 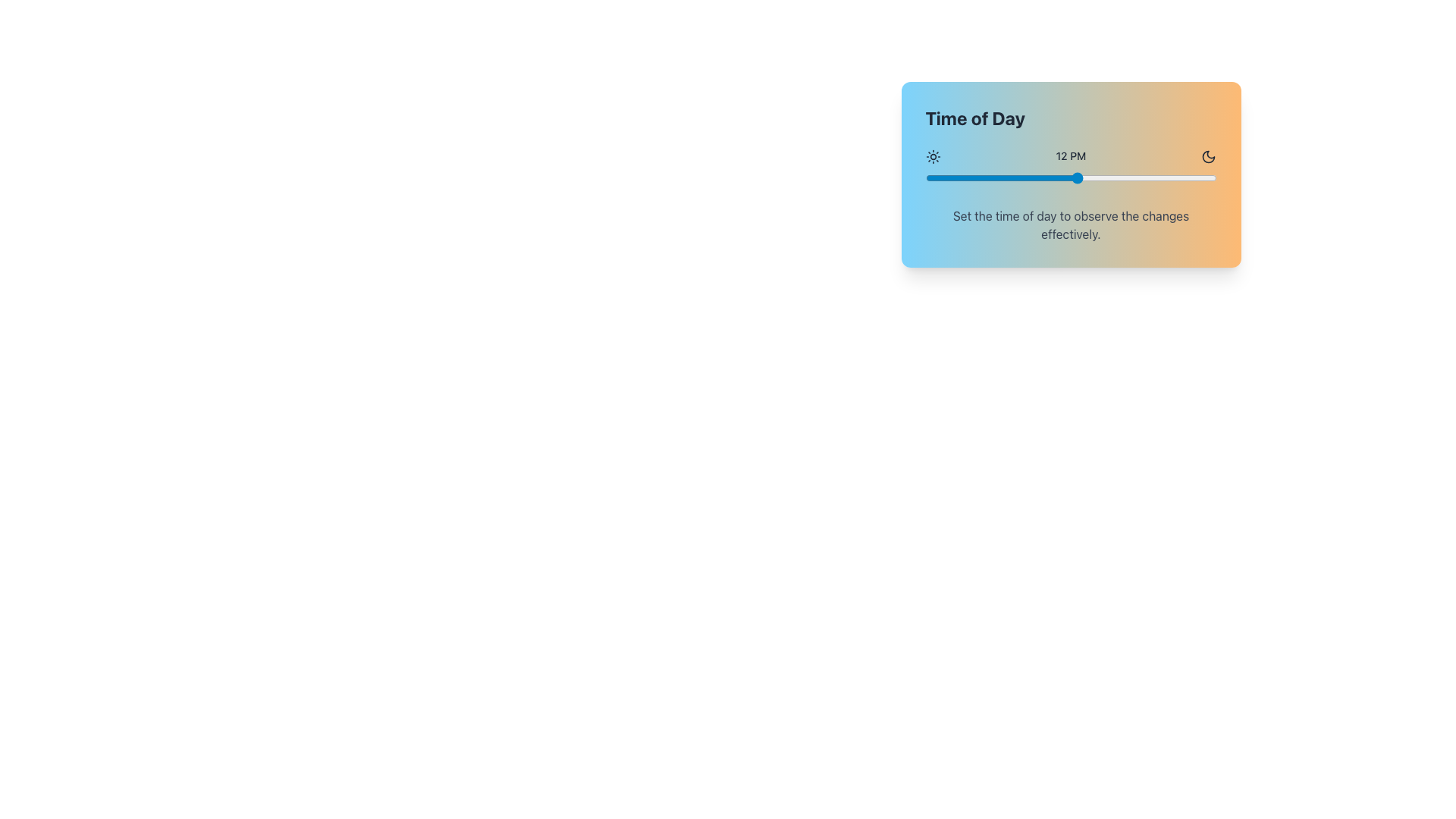 I want to click on the time of day, so click(x=1203, y=177).